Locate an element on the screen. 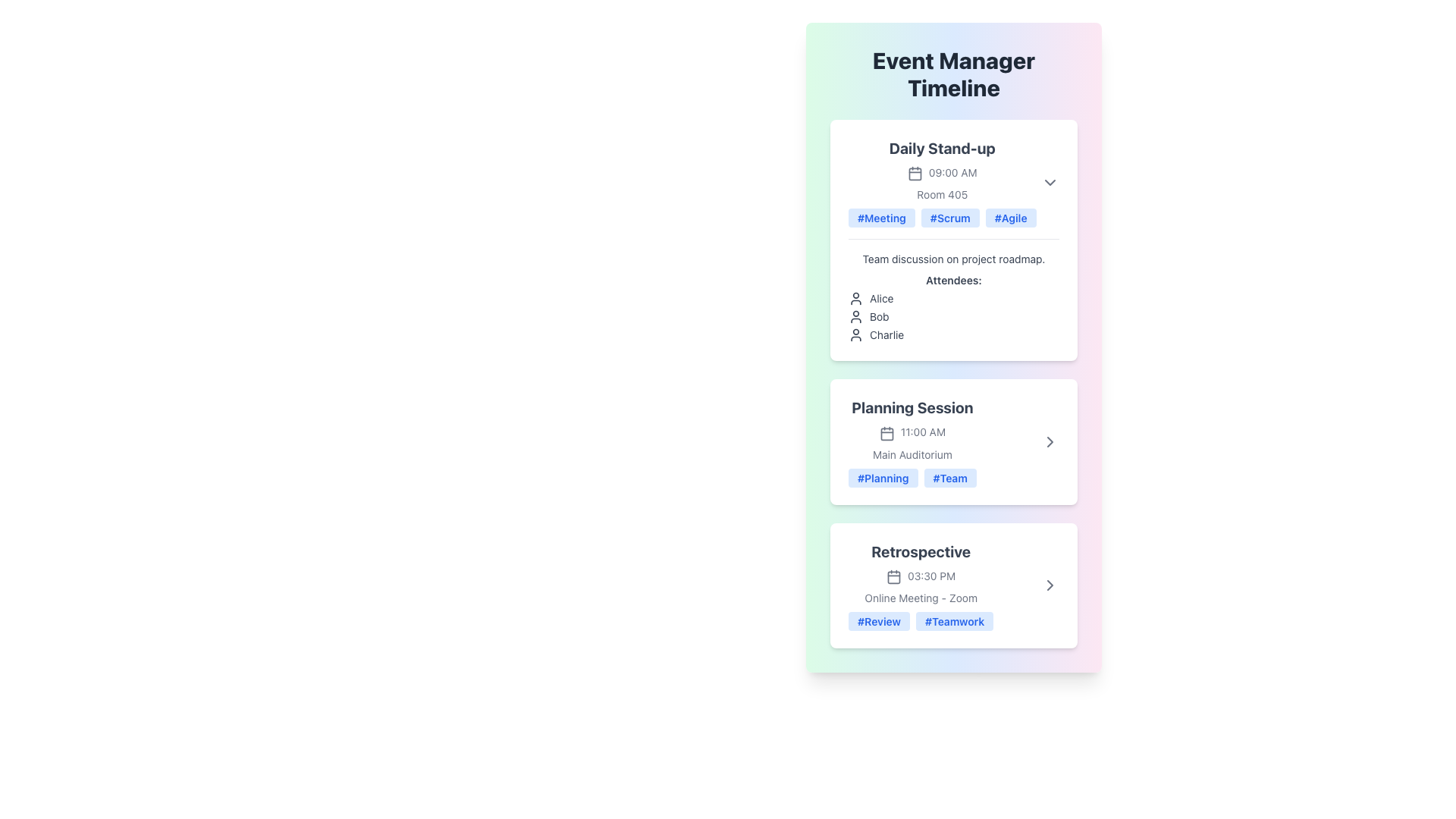 This screenshot has width=1456, height=819. the second informational card in the 'Event Manager Timeline' section is located at coordinates (952, 441).